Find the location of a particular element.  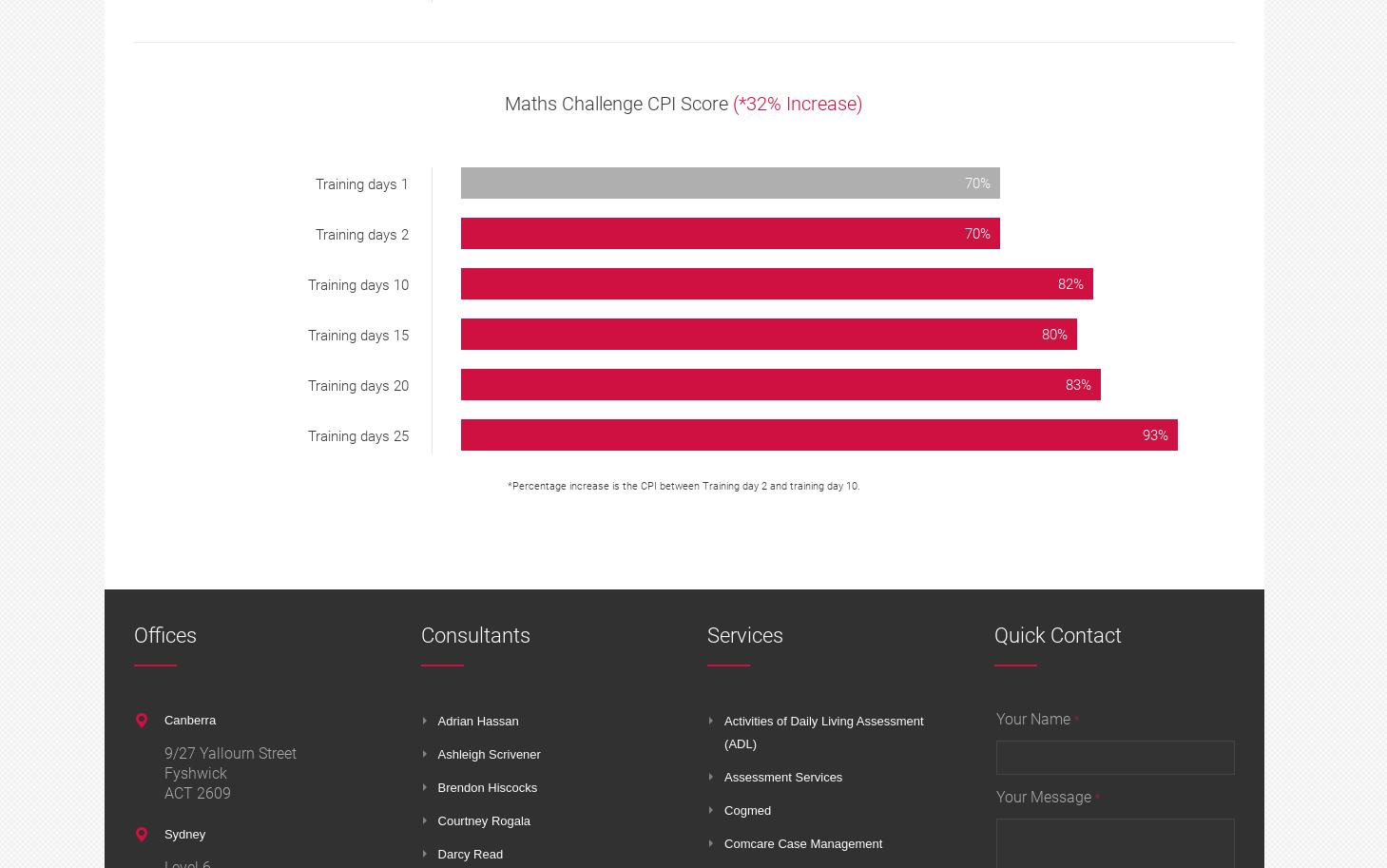

'Activities of Daily Living Assessment (ADL)' is located at coordinates (823, 732).